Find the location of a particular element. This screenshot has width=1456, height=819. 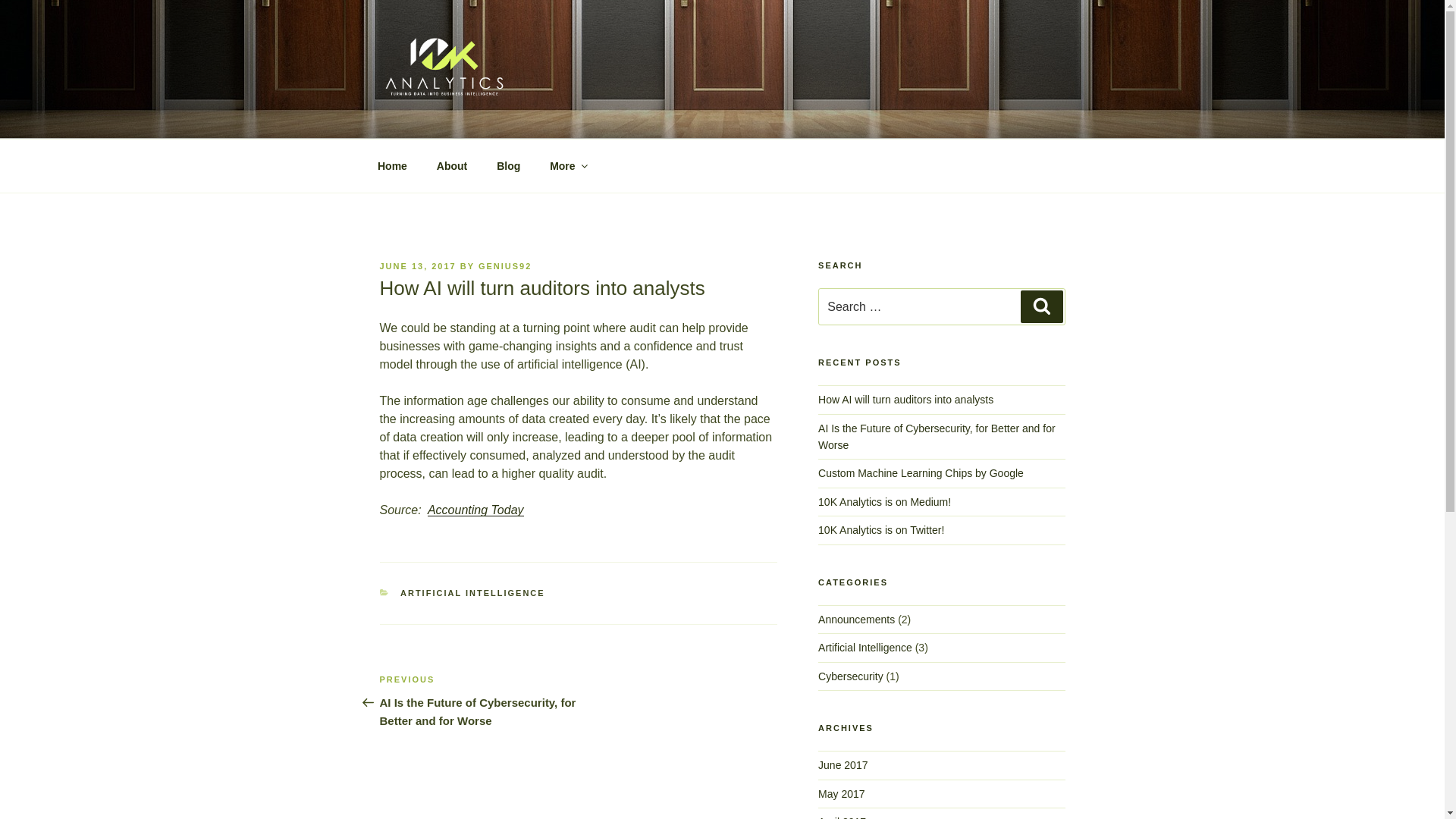

'June 2017' is located at coordinates (842, 765).